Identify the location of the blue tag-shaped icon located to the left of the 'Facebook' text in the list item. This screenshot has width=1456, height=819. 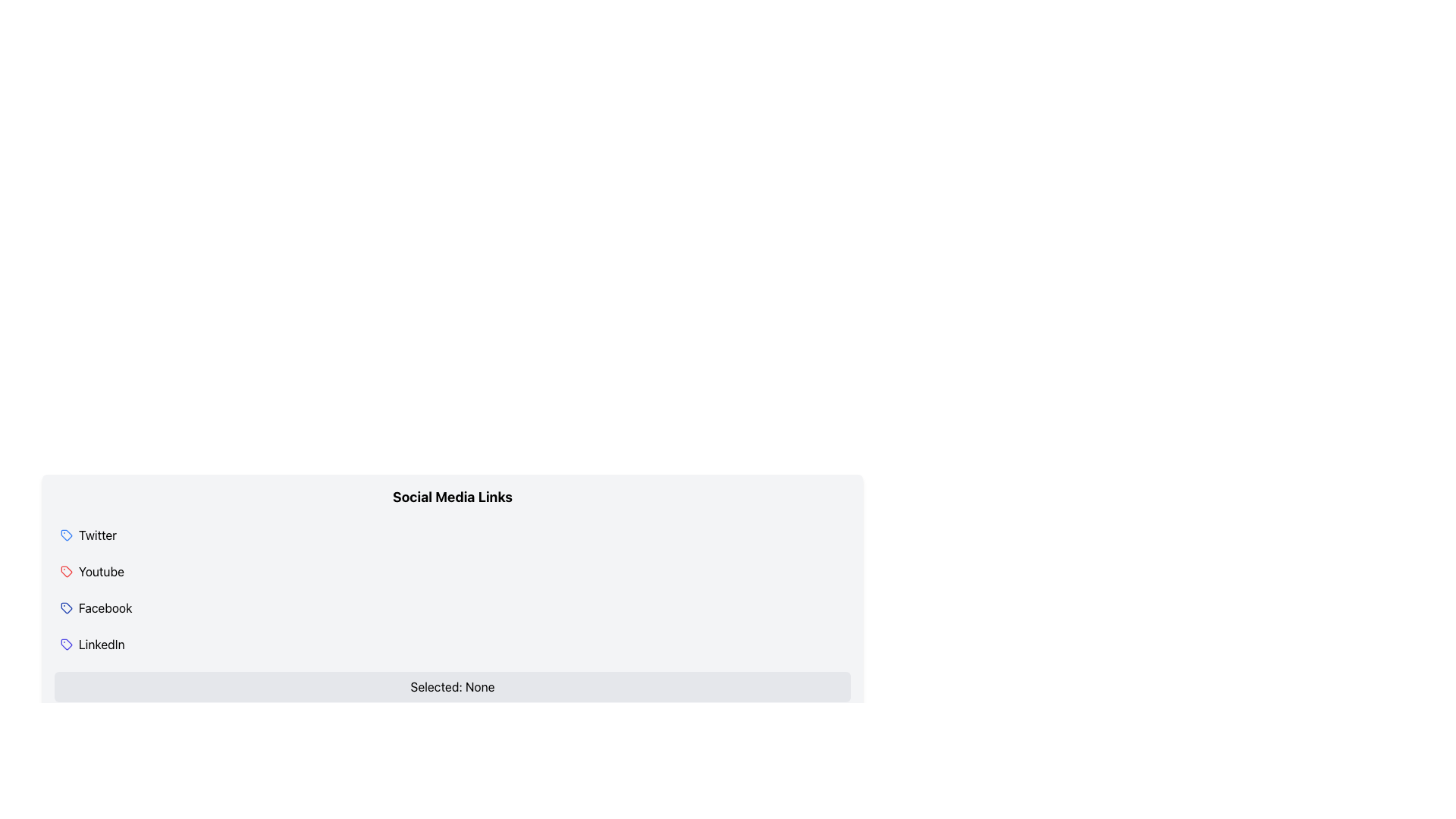
(65, 607).